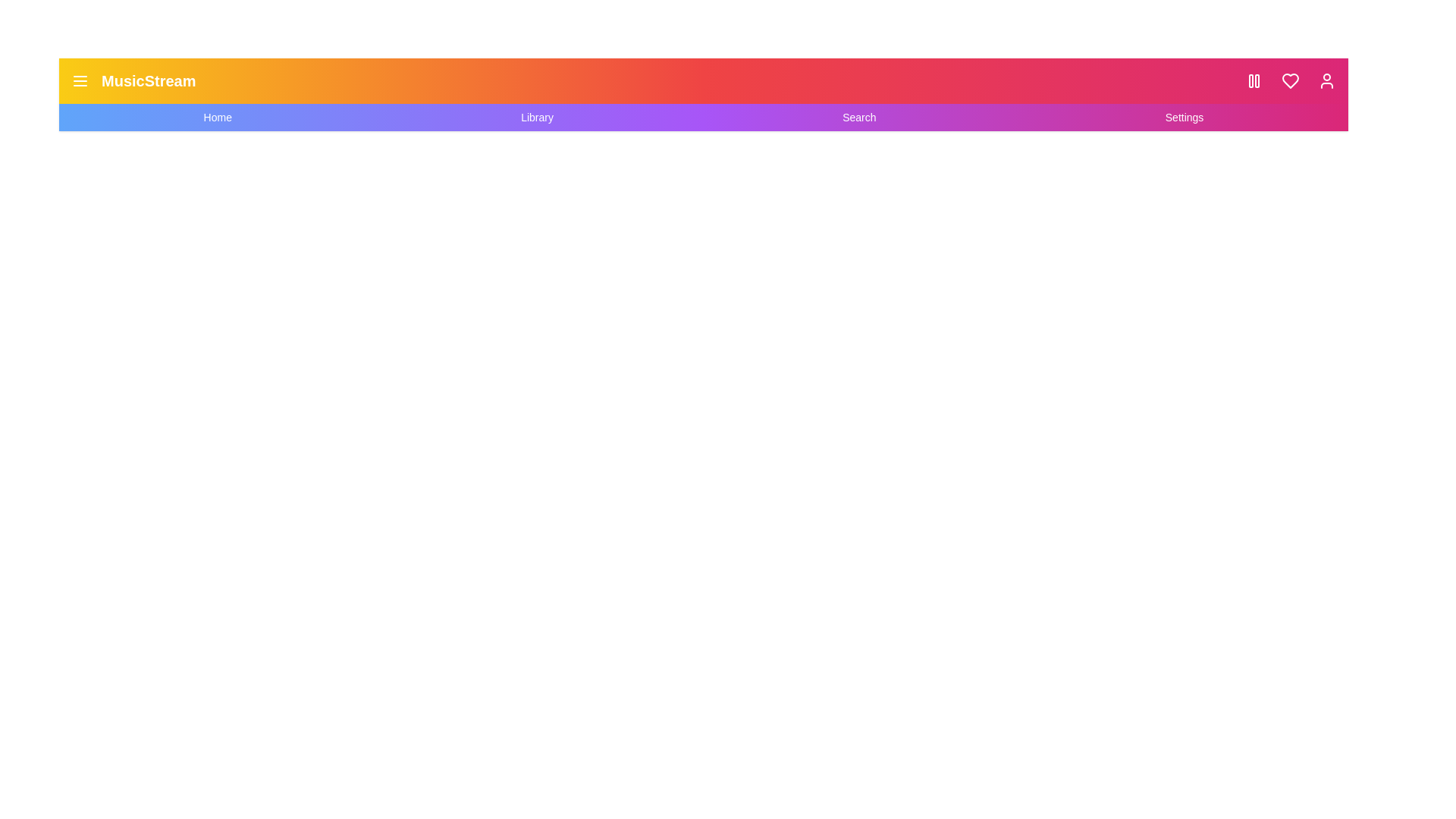  Describe the element at coordinates (1326, 81) in the screenshot. I see `the user icon to access user settings or profile` at that location.